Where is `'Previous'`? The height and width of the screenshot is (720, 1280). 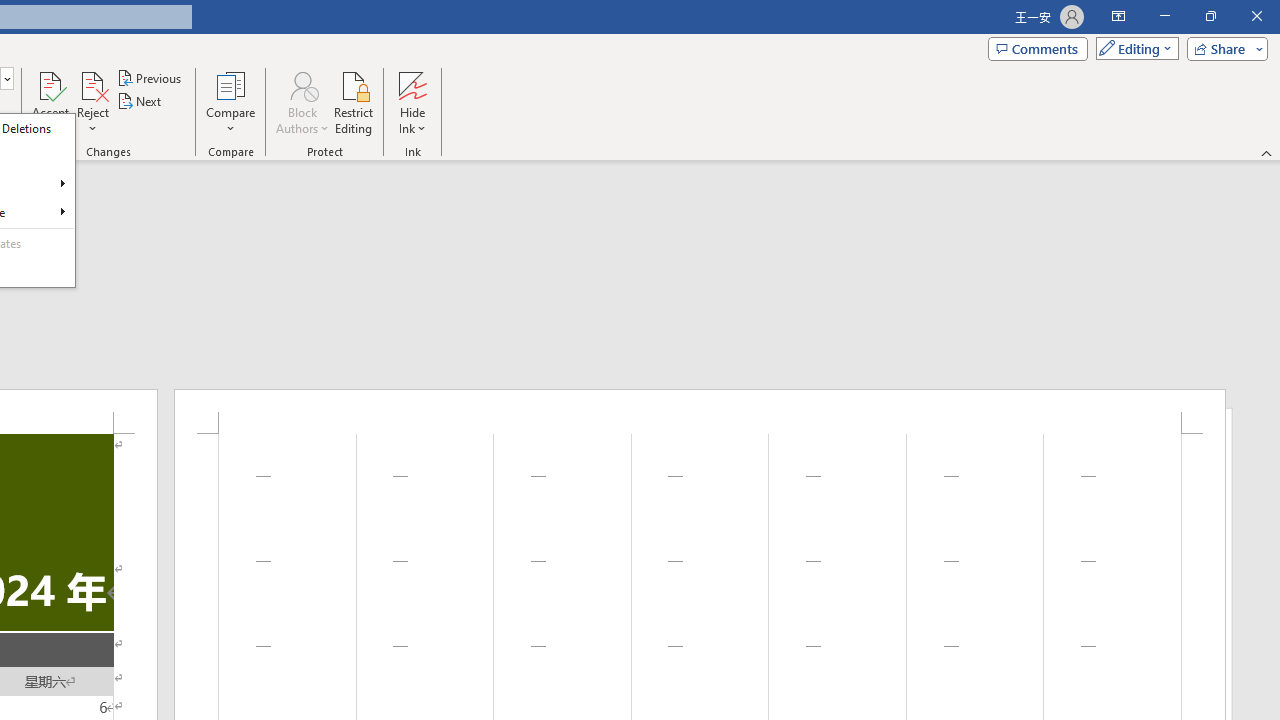 'Previous' is located at coordinates (150, 77).